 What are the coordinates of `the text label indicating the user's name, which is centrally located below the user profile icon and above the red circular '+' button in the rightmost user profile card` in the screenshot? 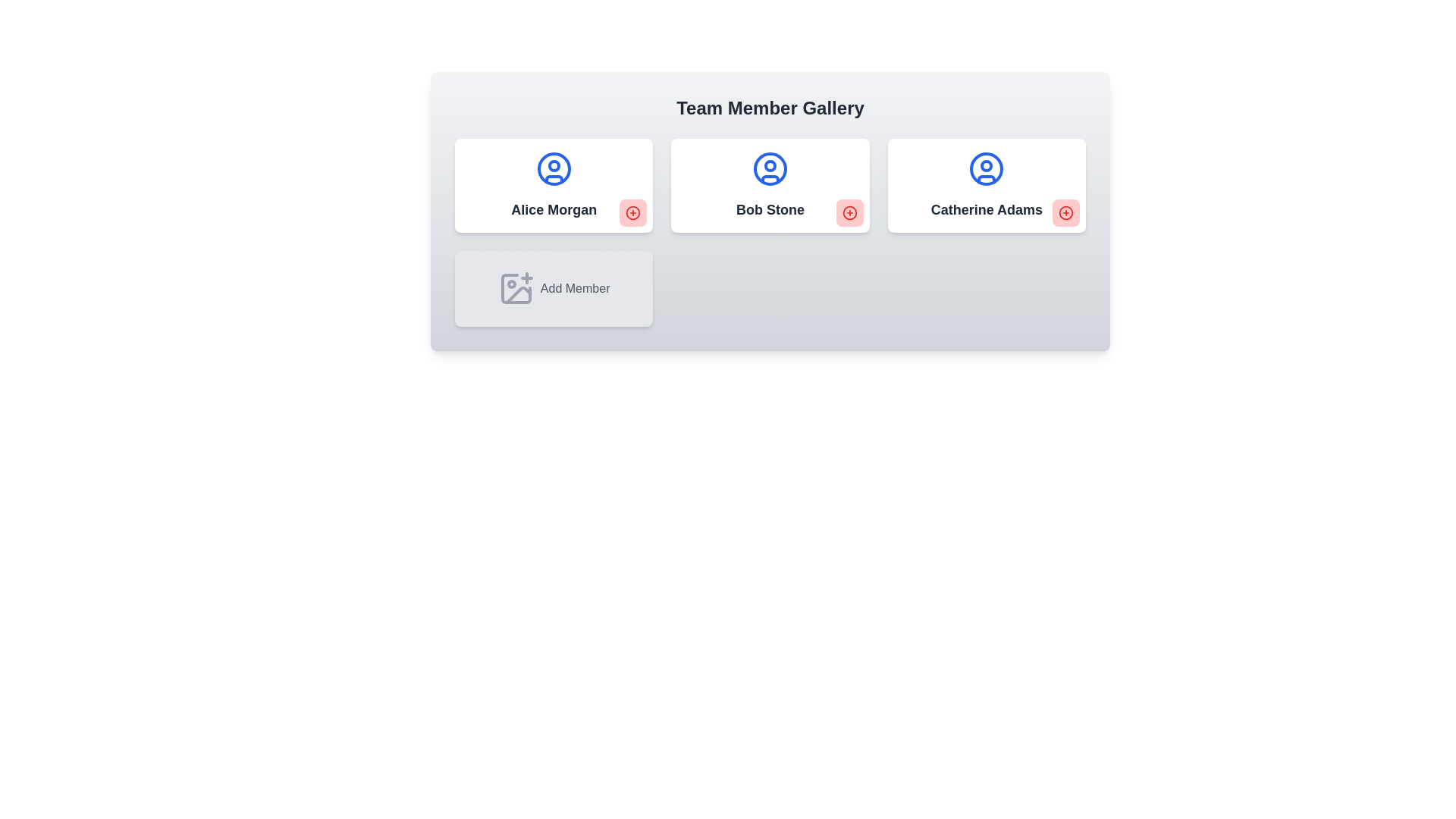 It's located at (987, 210).